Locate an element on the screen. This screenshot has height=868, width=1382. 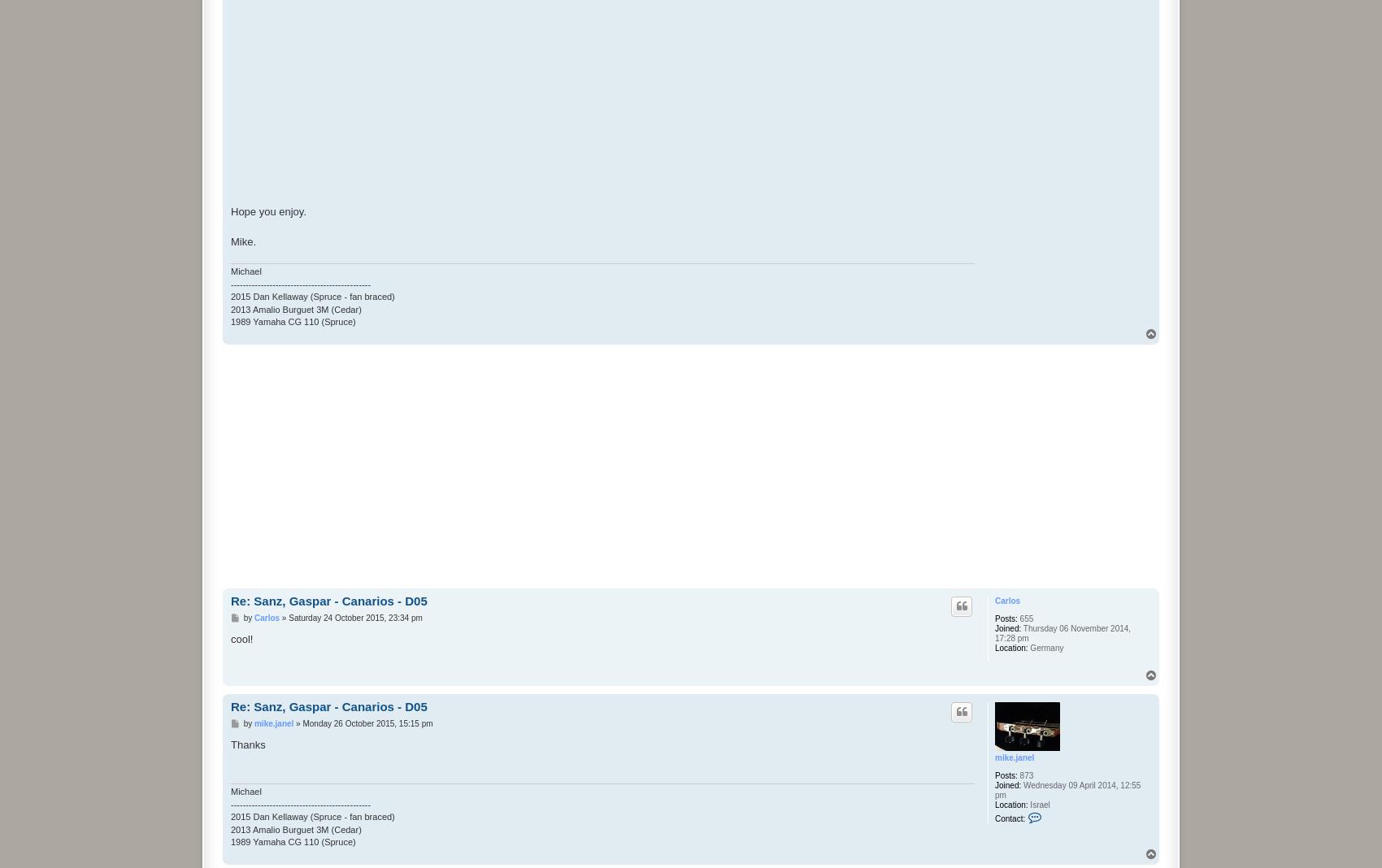
'Saturday 24 October 2015, 23:34 pm' is located at coordinates (355, 617).